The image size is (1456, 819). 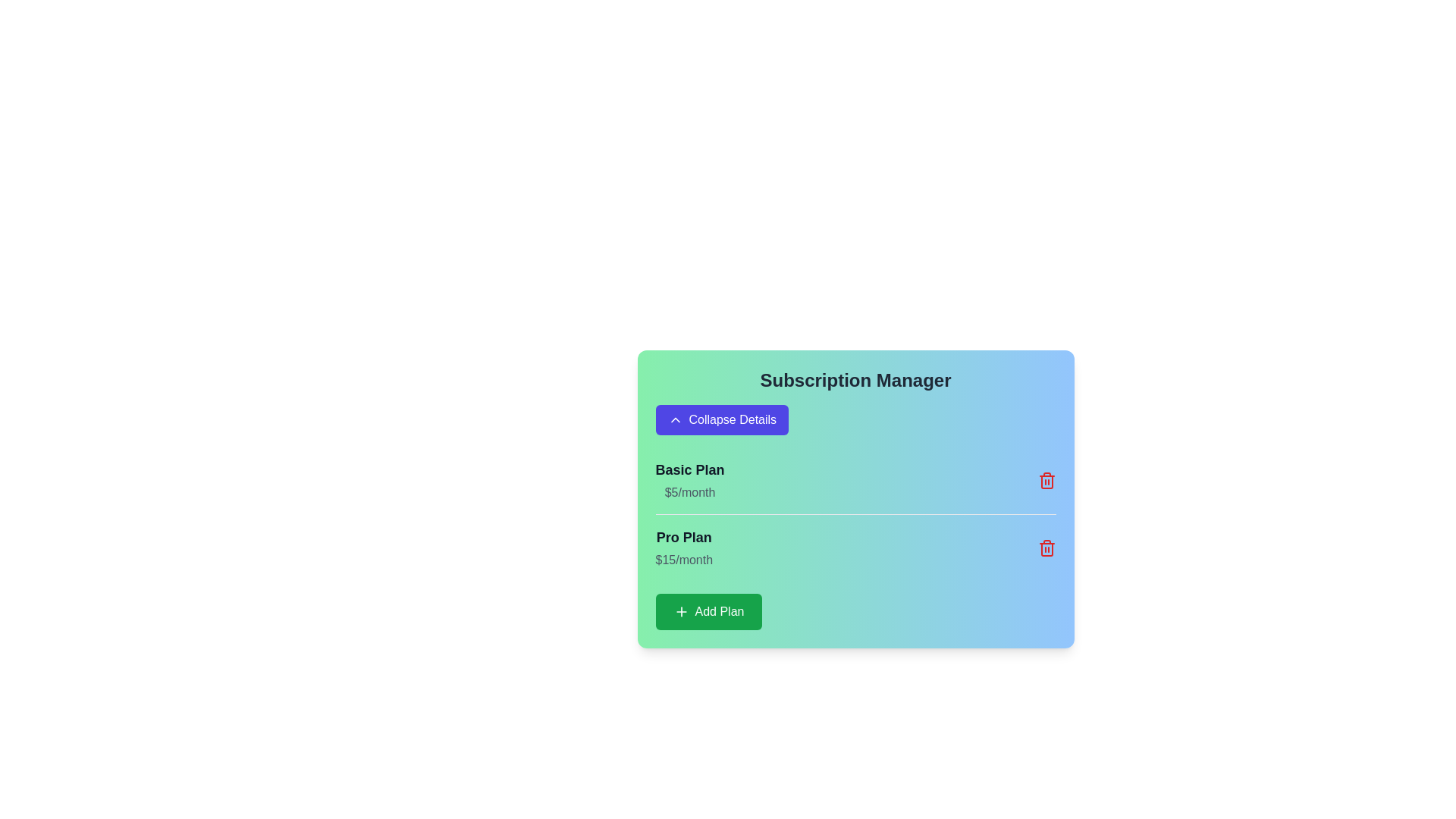 What do you see at coordinates (721, 420) in the screenshot?
I see `the collapse/expand button at the top of the 'Subscription Manager' section` at bounding box center [721, 420].